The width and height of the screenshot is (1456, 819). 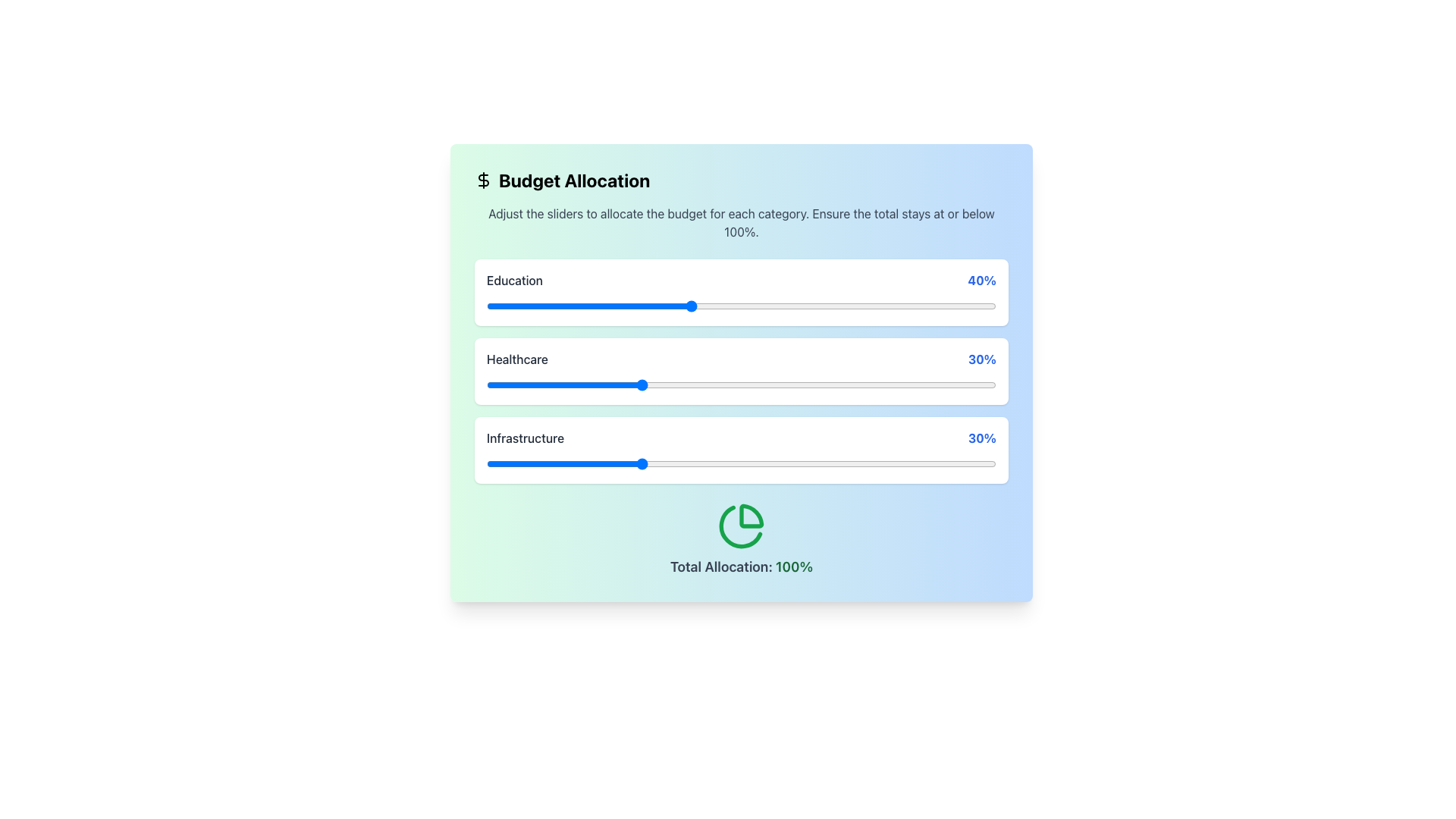 What do you see at coordinates (715, 384) in the screenshot?
I see `healthcare budget allocation` at bounding box center [715, 384].